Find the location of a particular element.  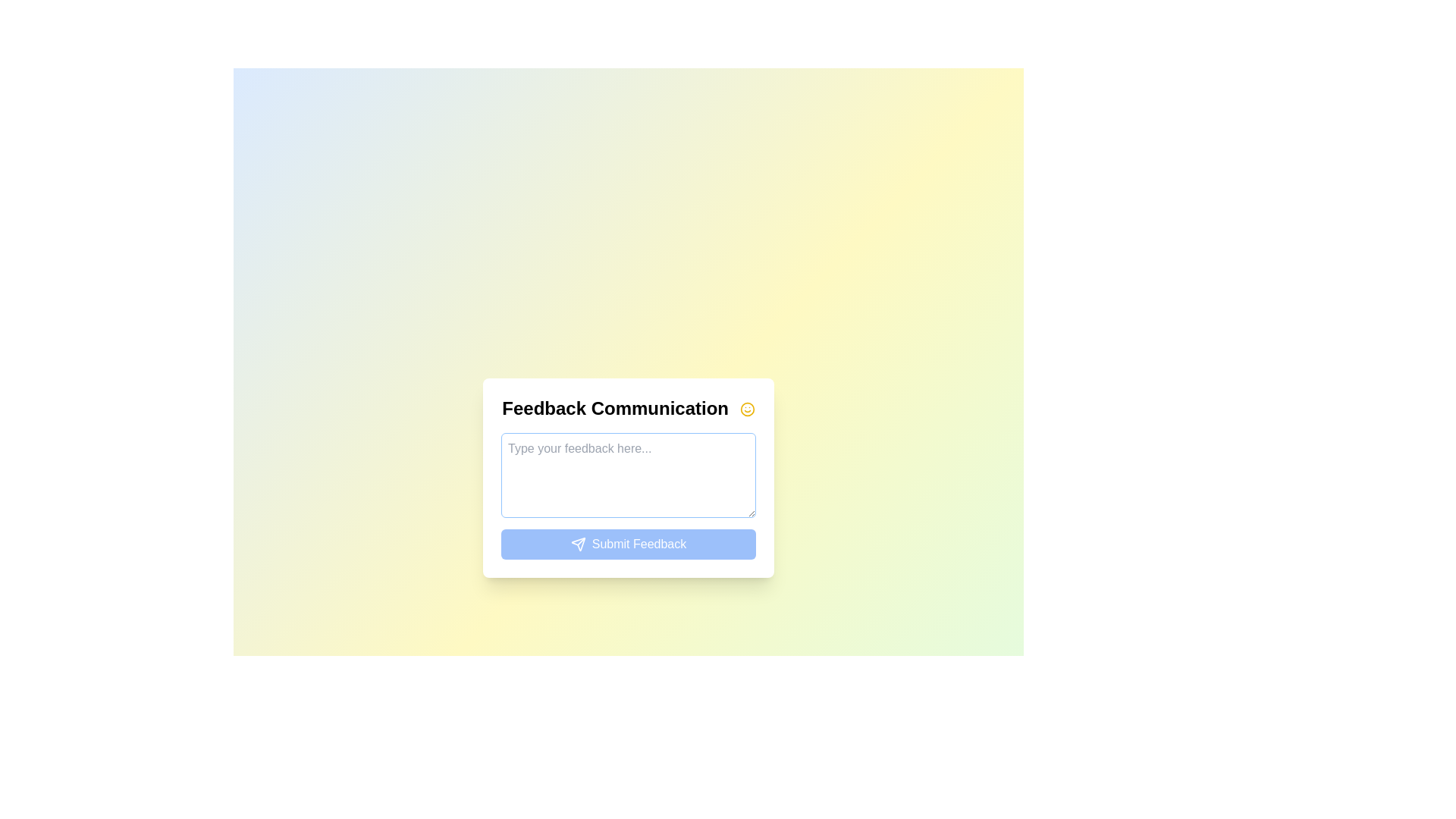

the 'Submit Feedback' button which contains a triangular 'send' icon on its left side is located at coordinates (577, 543).